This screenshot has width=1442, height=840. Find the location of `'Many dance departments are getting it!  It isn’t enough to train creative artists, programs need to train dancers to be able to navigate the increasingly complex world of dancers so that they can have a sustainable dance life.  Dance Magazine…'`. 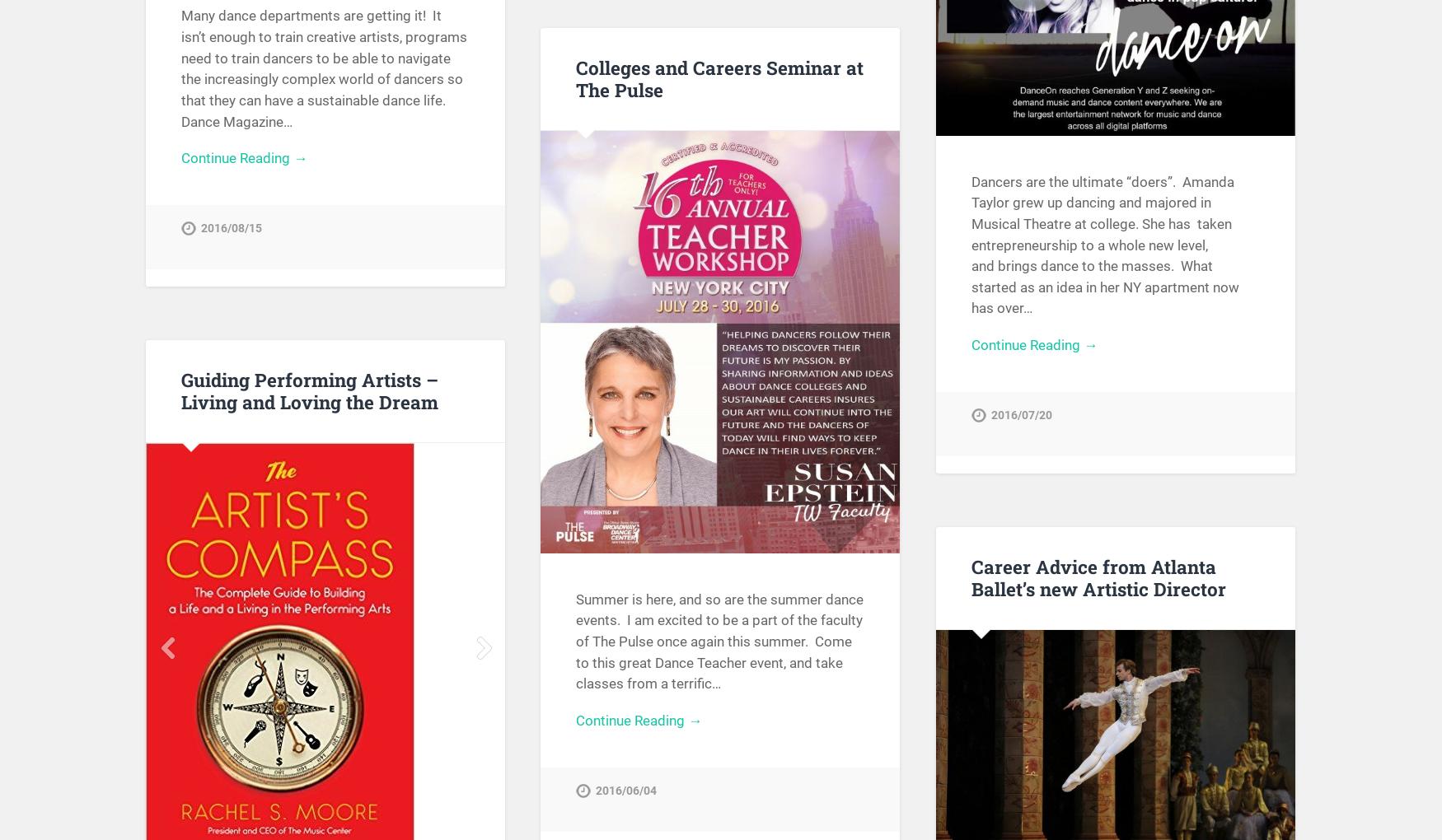

'Many dance departments are getting it!  It isn’t enough to train creative artists, programs need to train dancers to be able to navigate the increasingly complex world of dancers so that they can have a sustainable dance life.  Dance Magazine…' is located at coordinates (323, 68).